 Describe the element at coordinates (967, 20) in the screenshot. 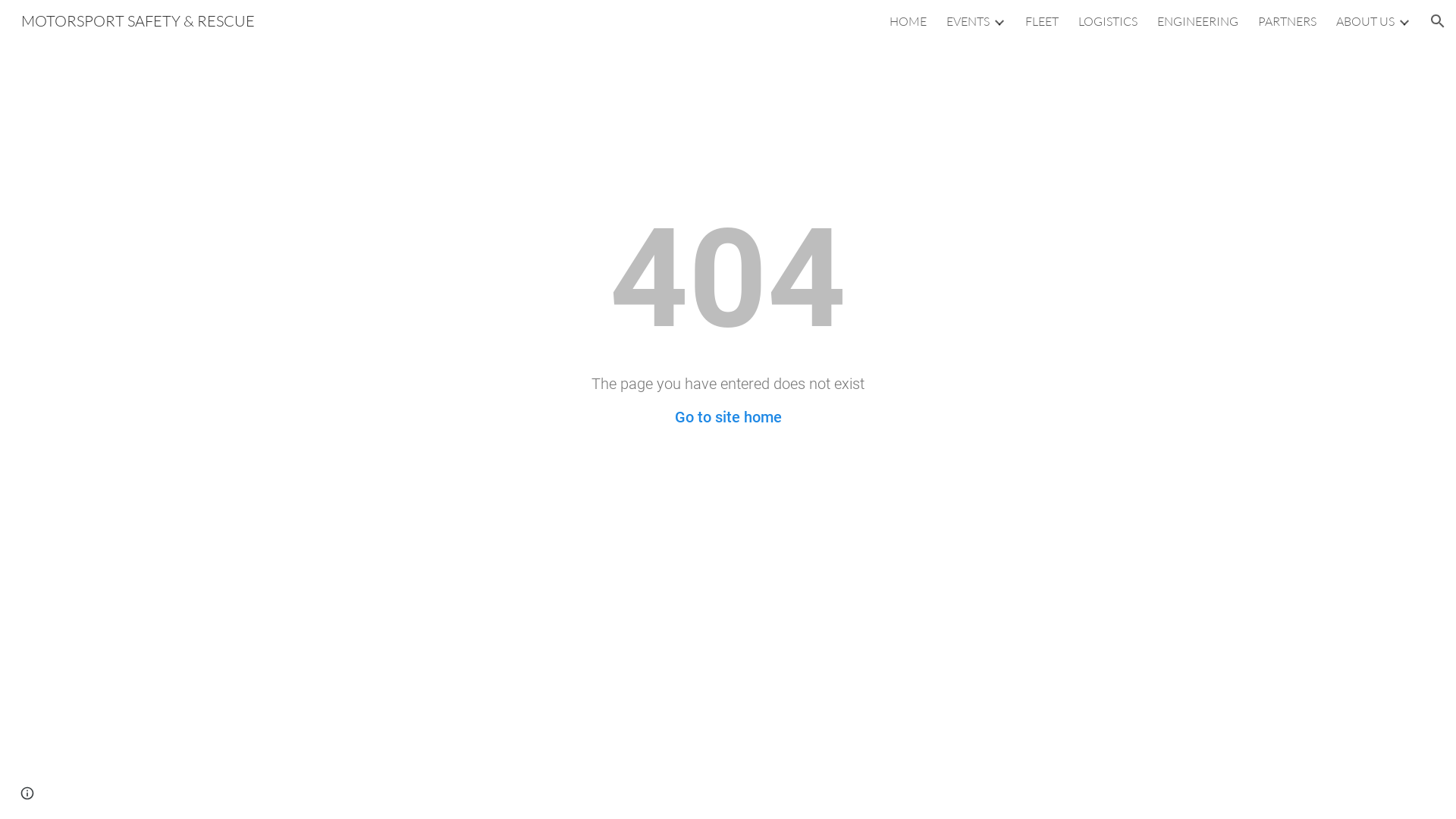

I see `'EVENTS'` at that location.